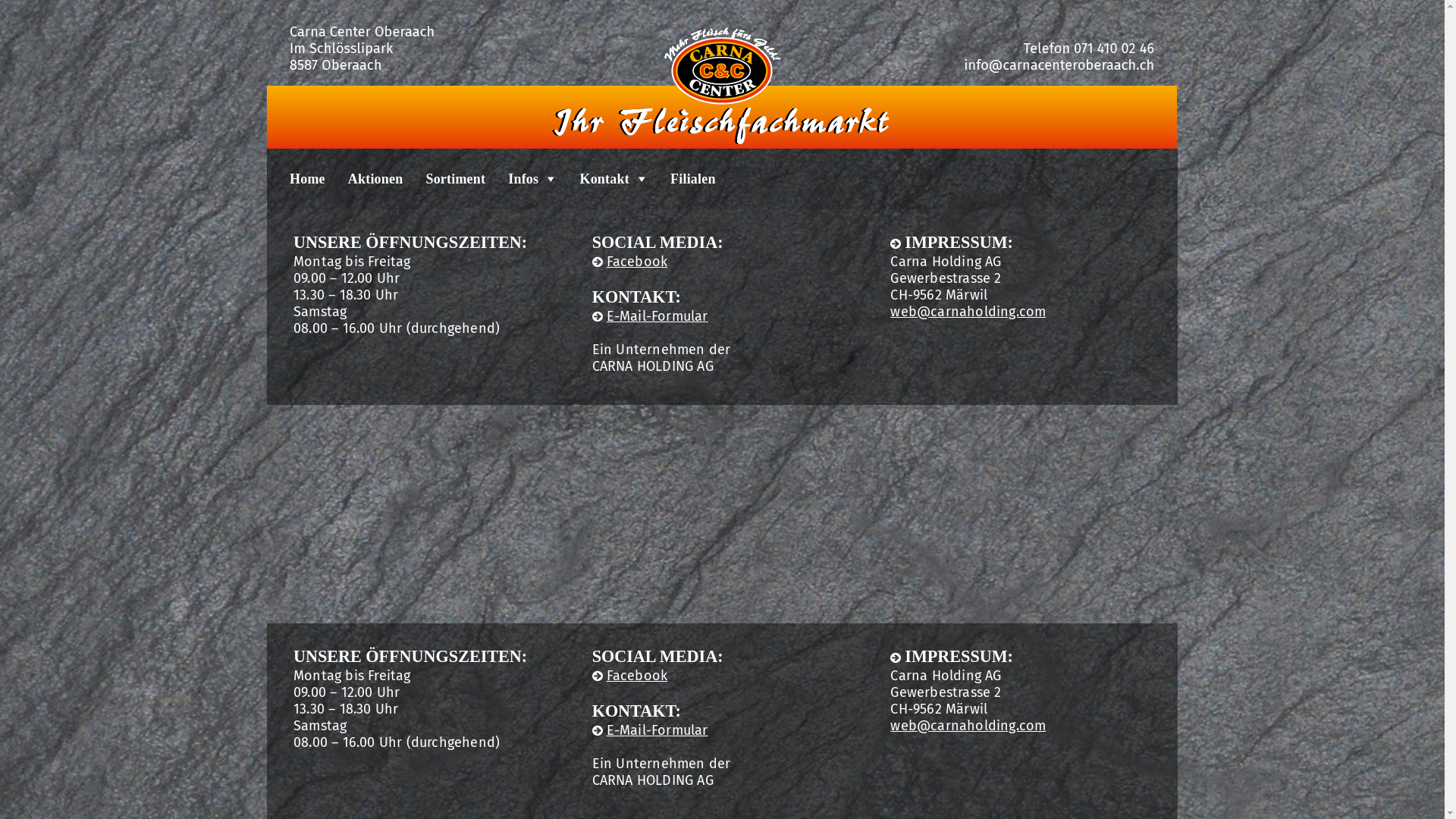  Describe the element at coordinates (443, 177) in the screenshot. I see `'Sortiment'` at that location.